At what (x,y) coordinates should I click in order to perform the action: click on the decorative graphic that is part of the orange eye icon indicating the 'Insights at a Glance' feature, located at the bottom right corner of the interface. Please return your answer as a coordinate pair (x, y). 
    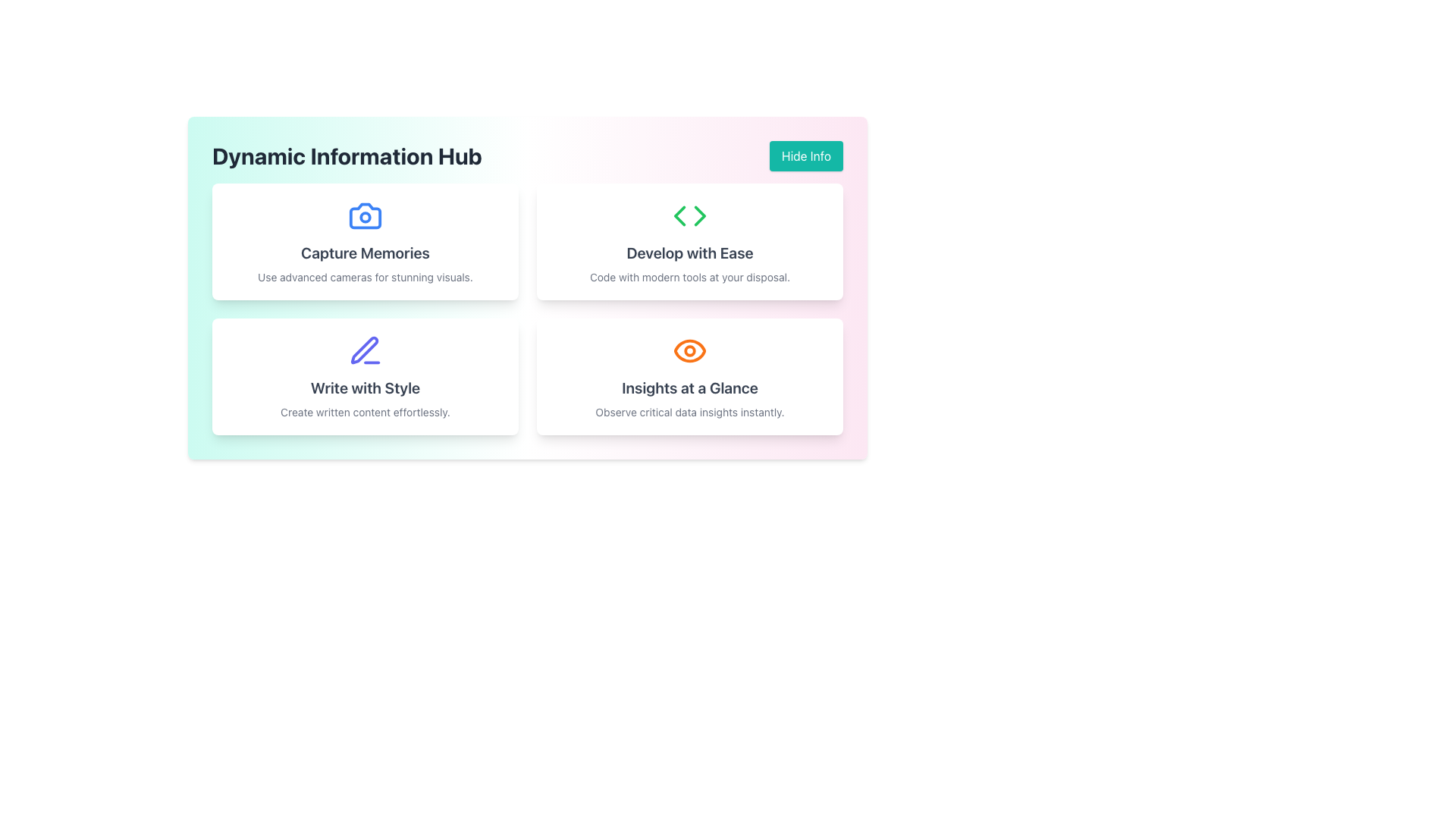
    Looking at the image, I should click on (689, 350).